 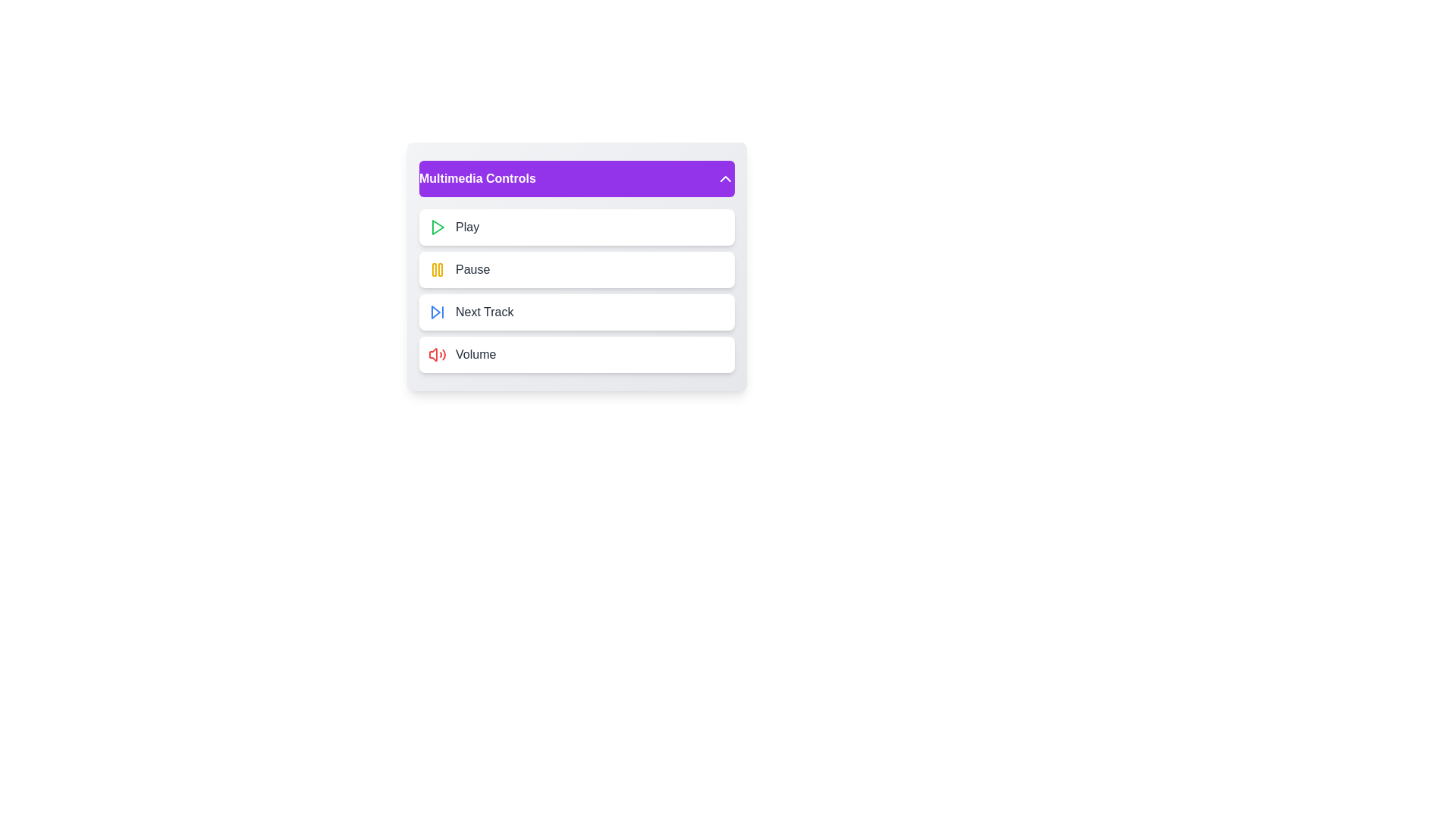 I want to click on the 'Pause' icon in the multimedia controls, which is located in the second row of control options and is visually represented as a recognizable symbol for halting playback, so click(x=436, y=268).